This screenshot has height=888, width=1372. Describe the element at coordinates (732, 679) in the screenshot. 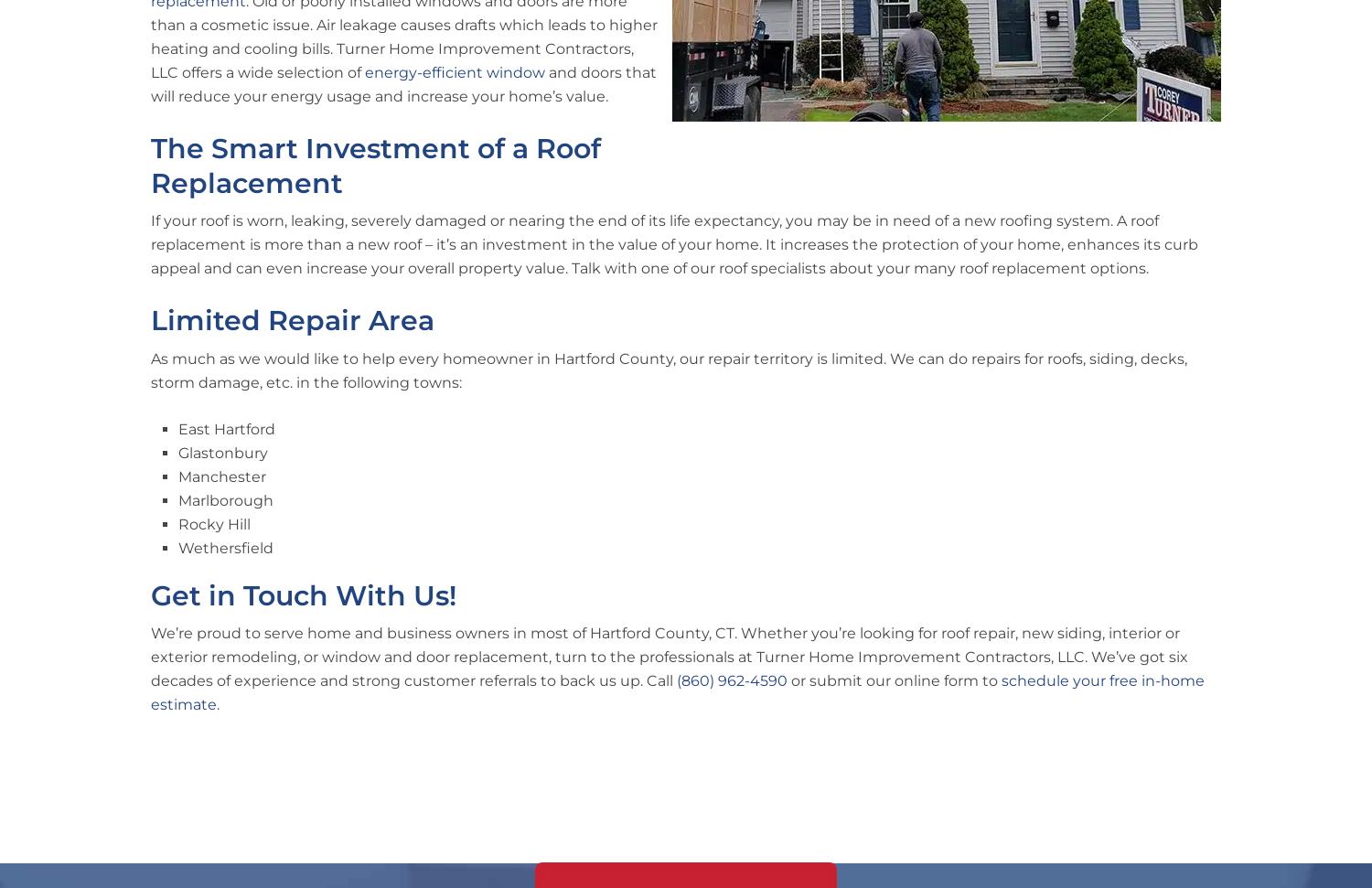

I see `'(860) 962-4590'` at that location.